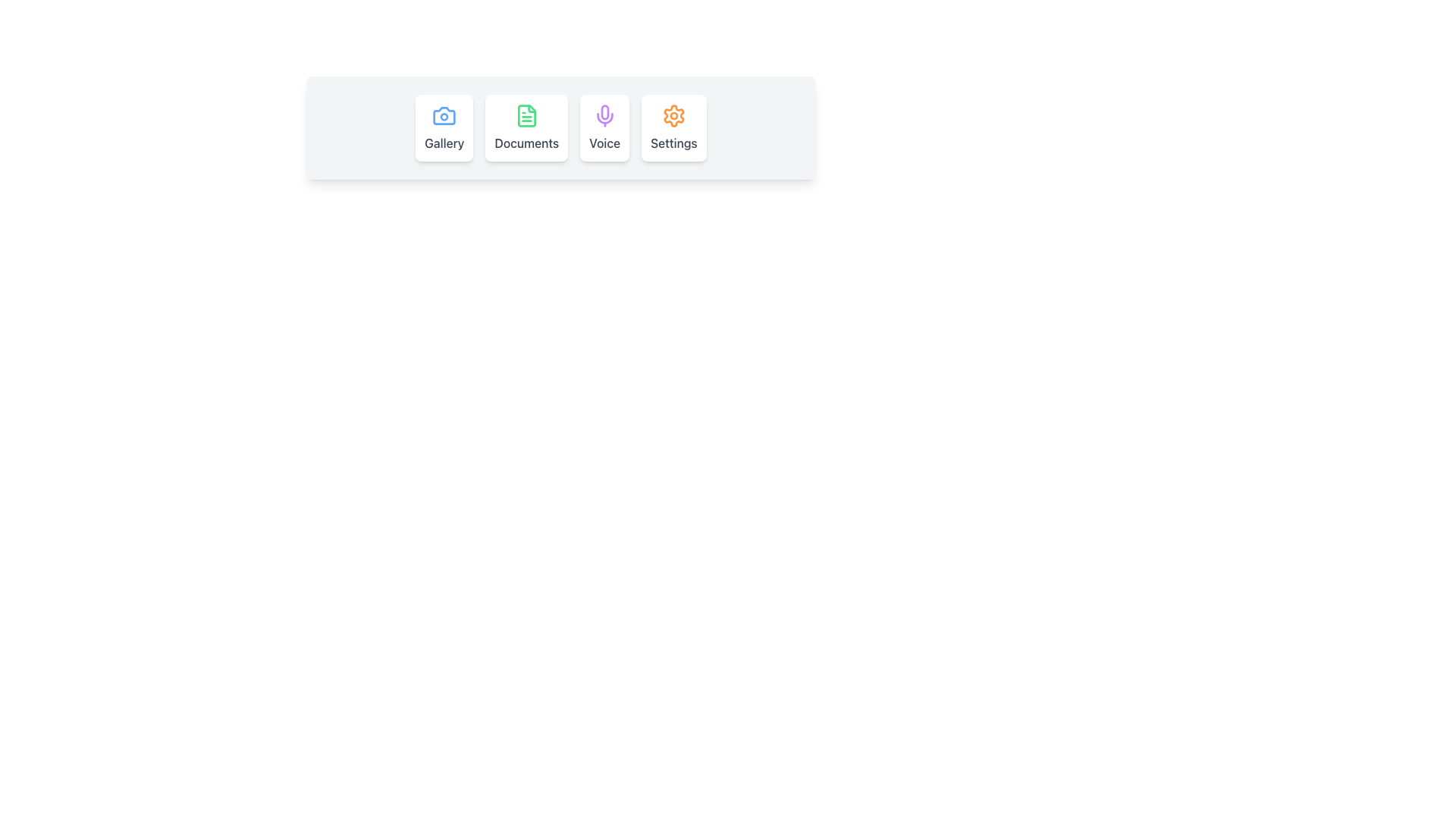  What do you see at coordinates (673, 115) in the screenshot?
I see `the bright orange cogwheel icon button located as the rightmost icon in a horizontal row of four icons` at bounding box center [673, 115].